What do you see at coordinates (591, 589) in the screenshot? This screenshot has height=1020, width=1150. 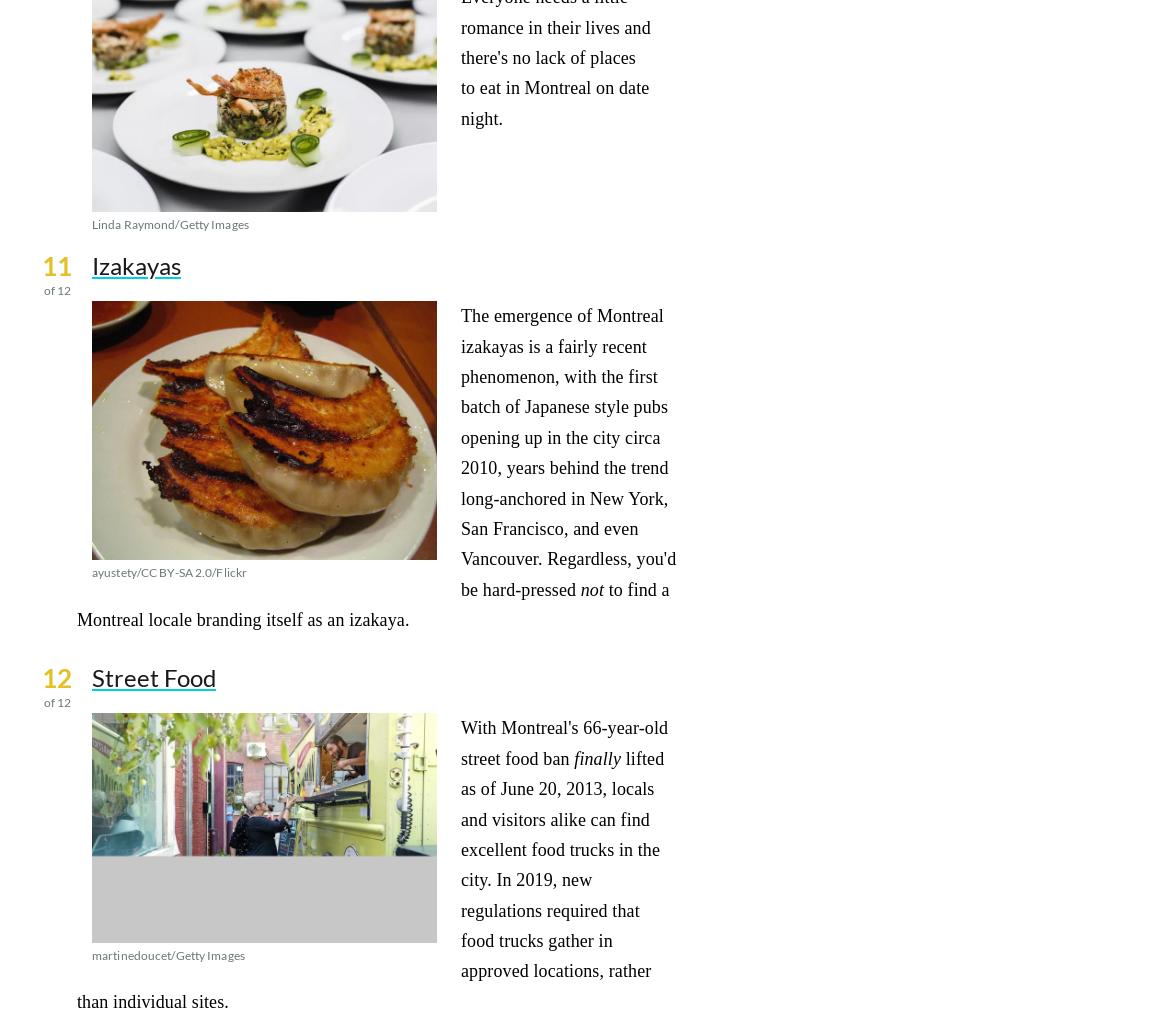 I see `'not'` at bounding box center [591, 589].